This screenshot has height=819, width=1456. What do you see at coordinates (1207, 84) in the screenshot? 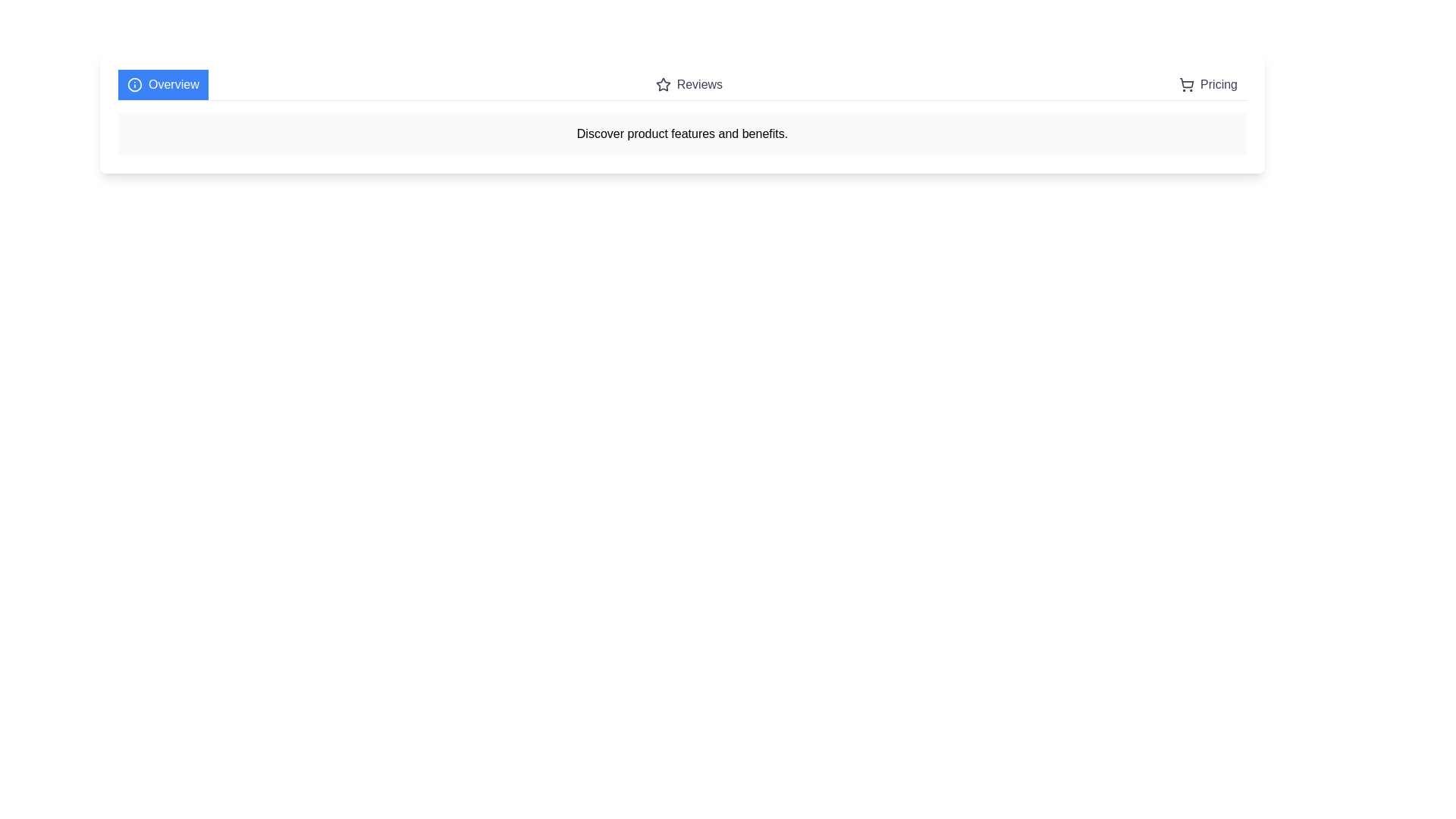
I see `the Pricing tab by clicking on its button` at bounding box center [1207, 84].